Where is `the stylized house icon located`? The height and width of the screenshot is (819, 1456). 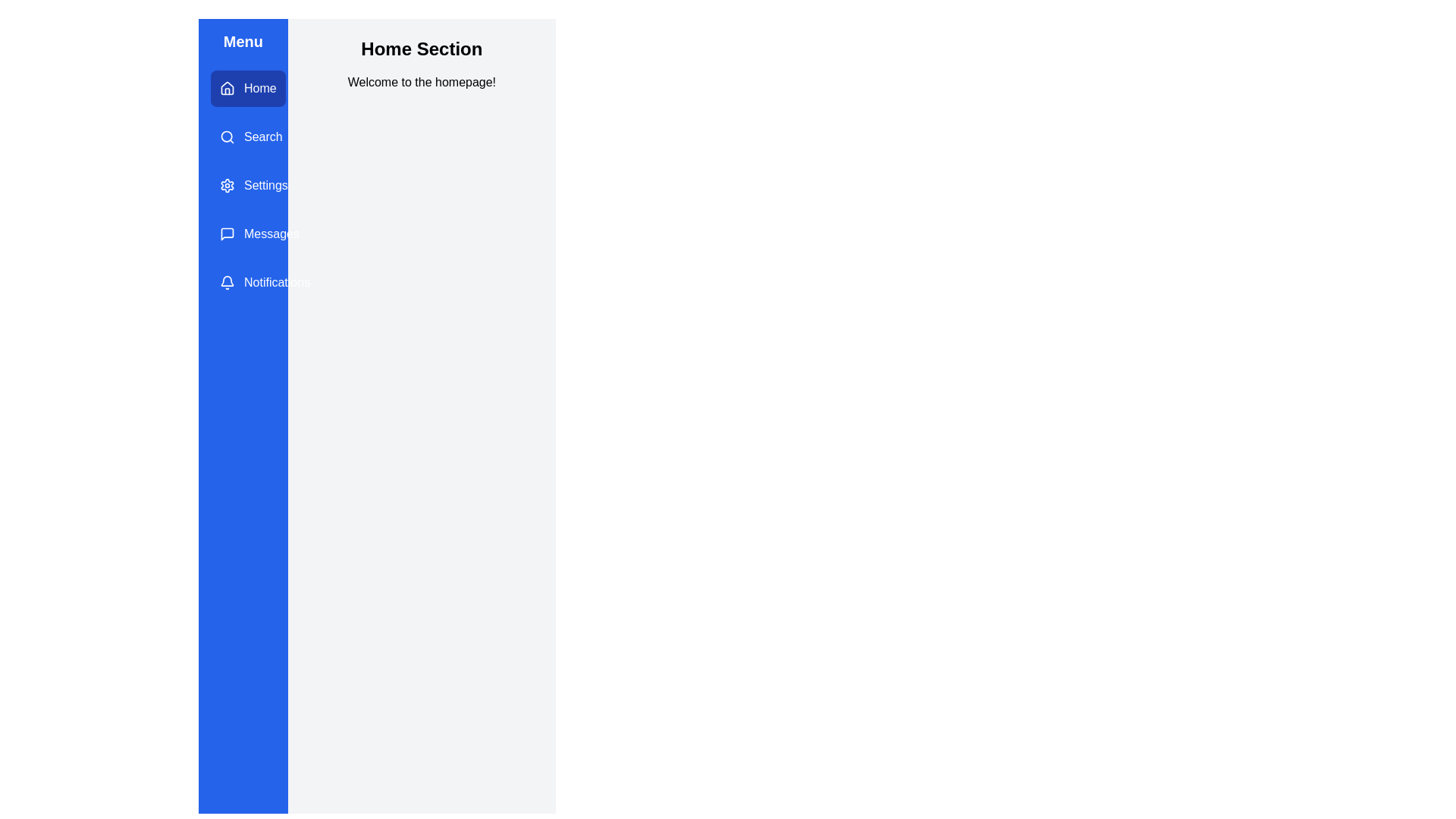 the stylized house icon located is located at coordinates (226, 87).